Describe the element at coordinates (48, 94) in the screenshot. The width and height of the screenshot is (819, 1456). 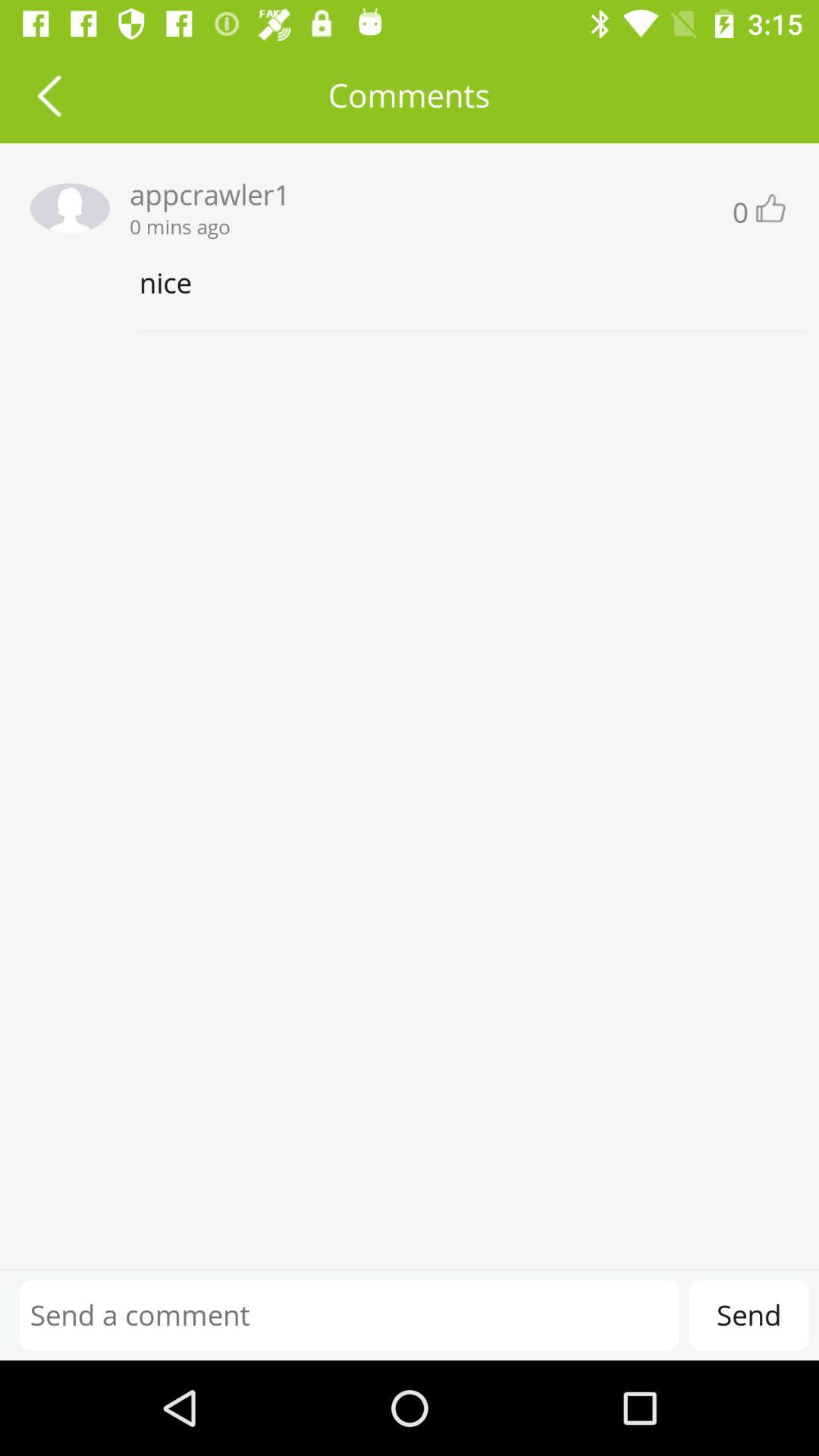
I see `icon to the left of comments icon` at that location.